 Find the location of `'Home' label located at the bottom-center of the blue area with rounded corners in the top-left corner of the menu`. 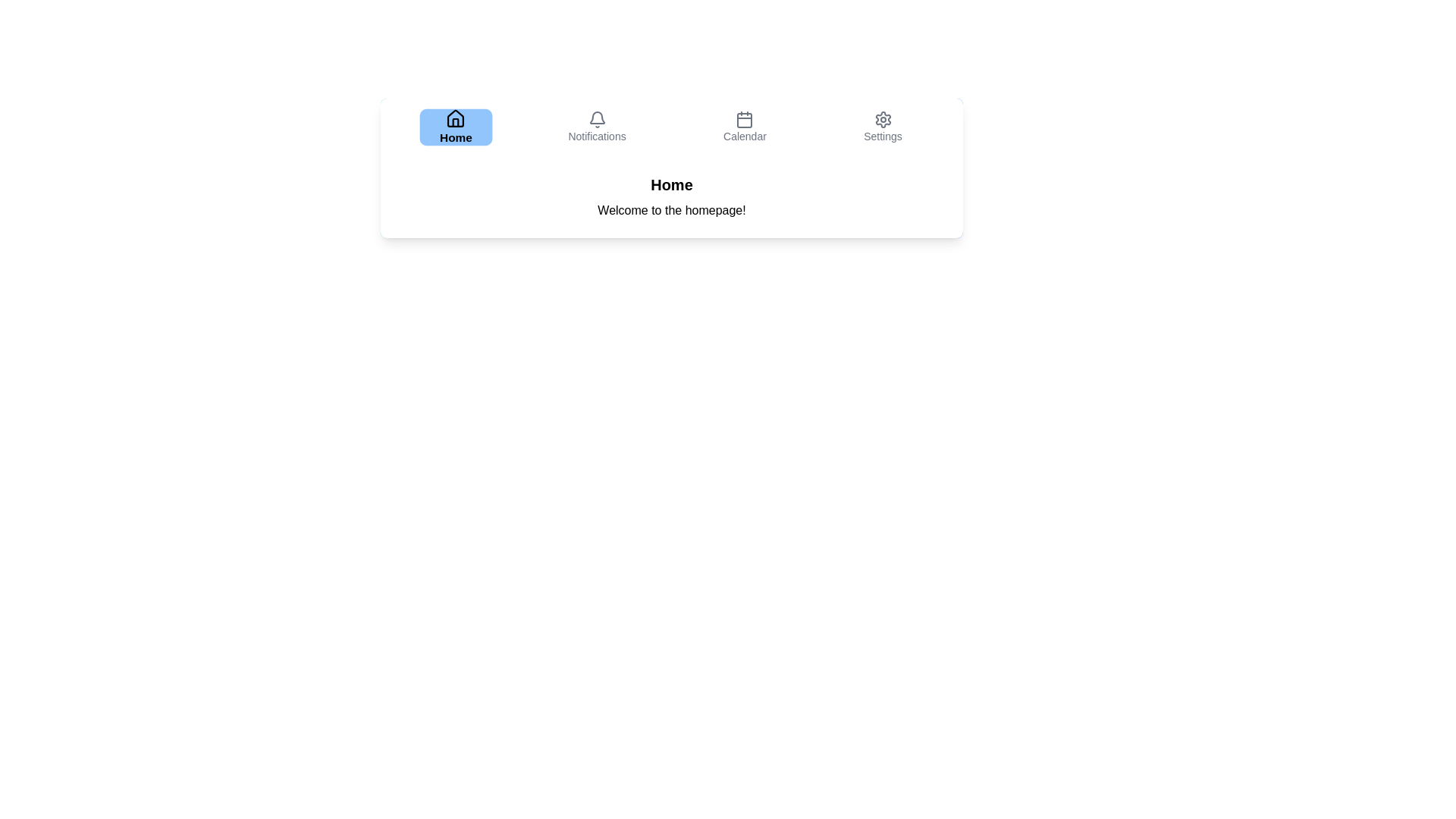

'Home' label located at the bottom-center of the blue area with rounded corners in the top-left corner of the menu is located at coordinates (455, 137).